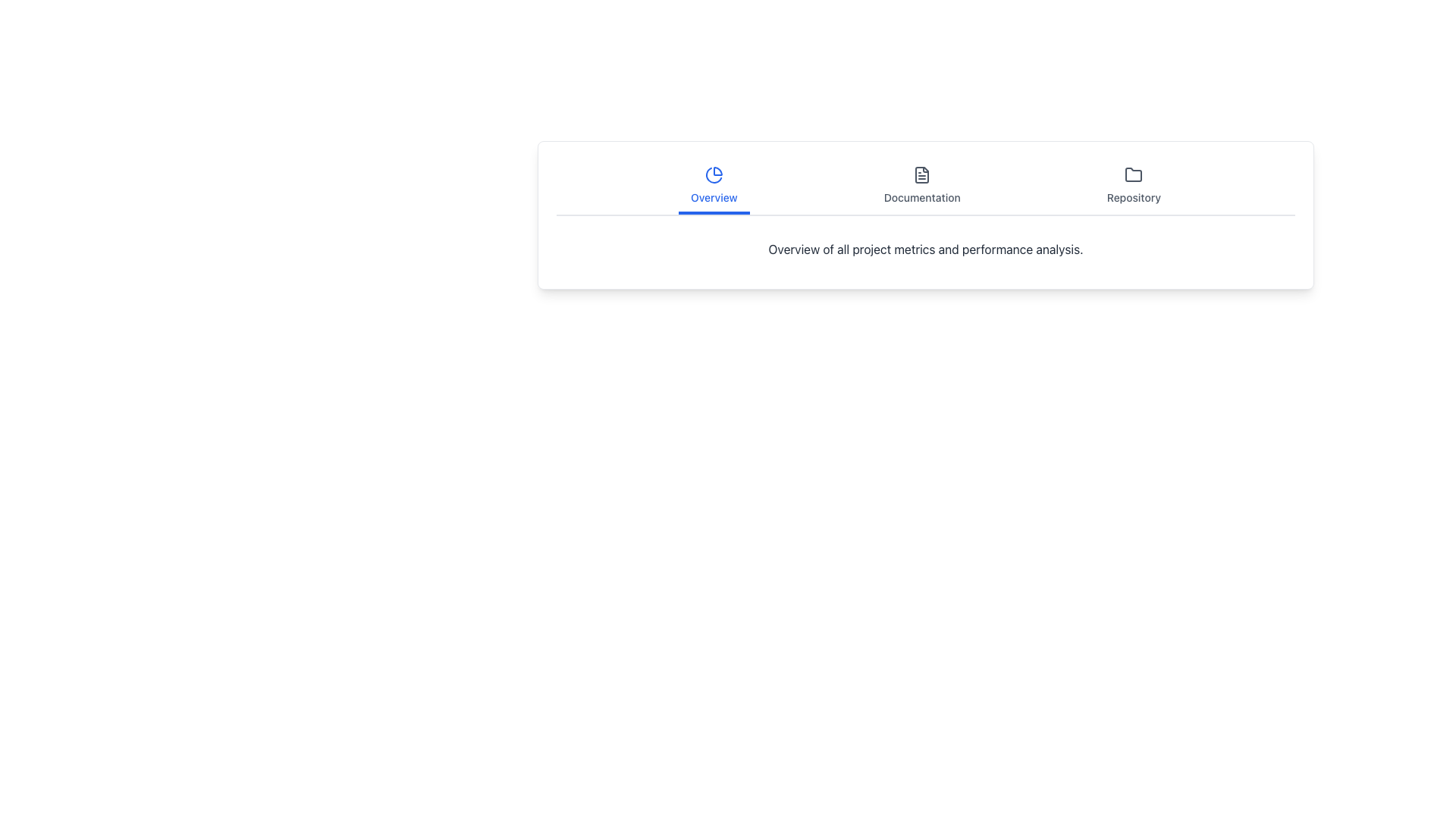 The width and height of the screenshot is (1456, 819). I want to click on the 'Overview' button, which has a pie chart icon above the text and is styled in blue, so click(713, 186).